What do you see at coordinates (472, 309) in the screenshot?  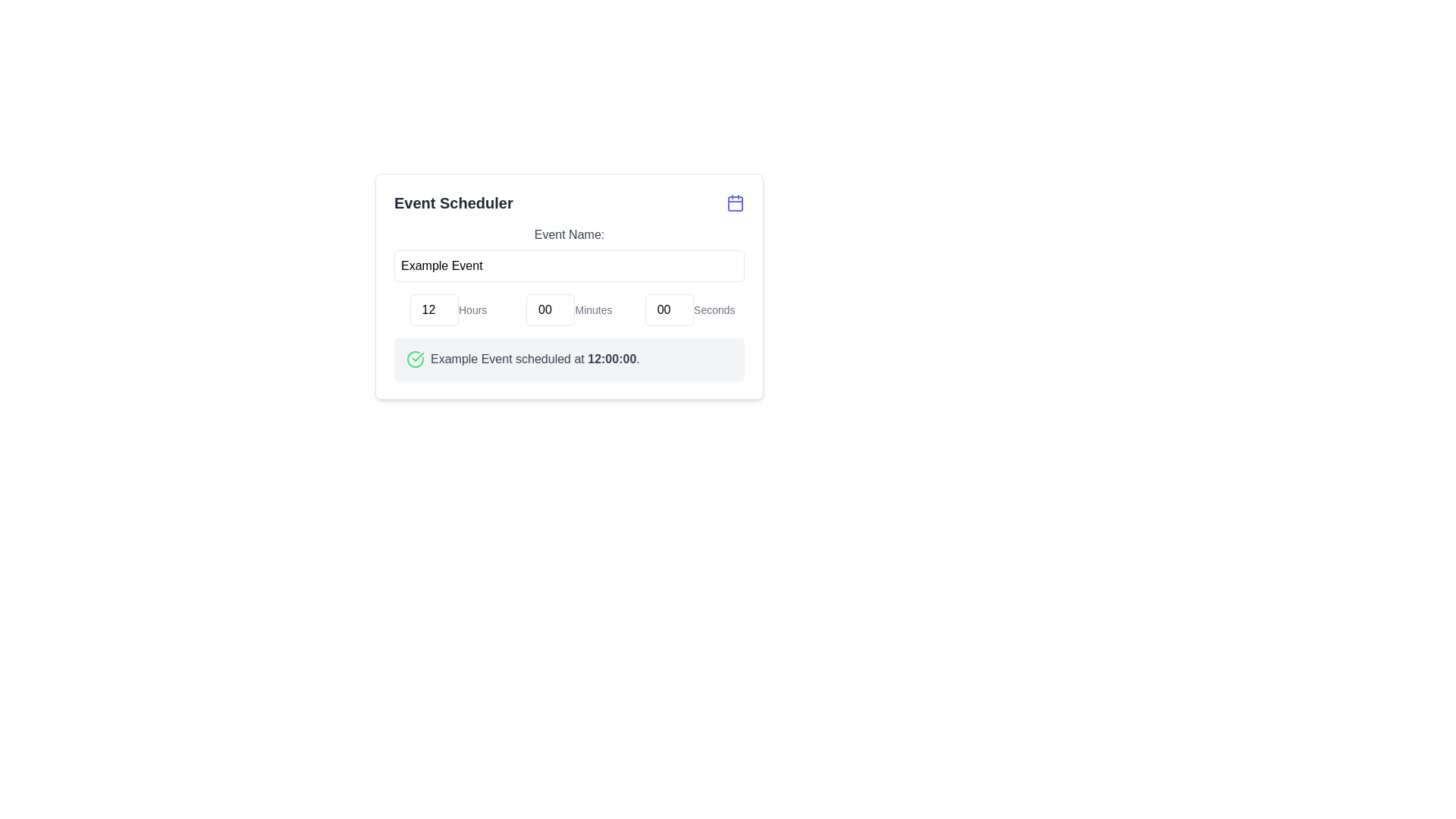 I see `the text label indicating 'Hours', which is located to the right of the number input field showing the value '12'` at bounding box center [472, 309].